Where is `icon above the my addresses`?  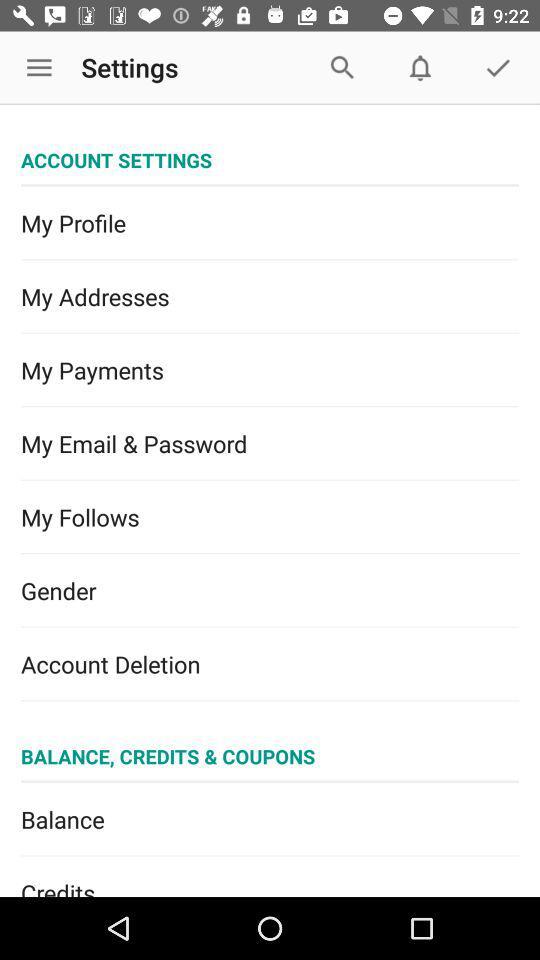
icon above the my addresses is located at coordinates (270, 223).